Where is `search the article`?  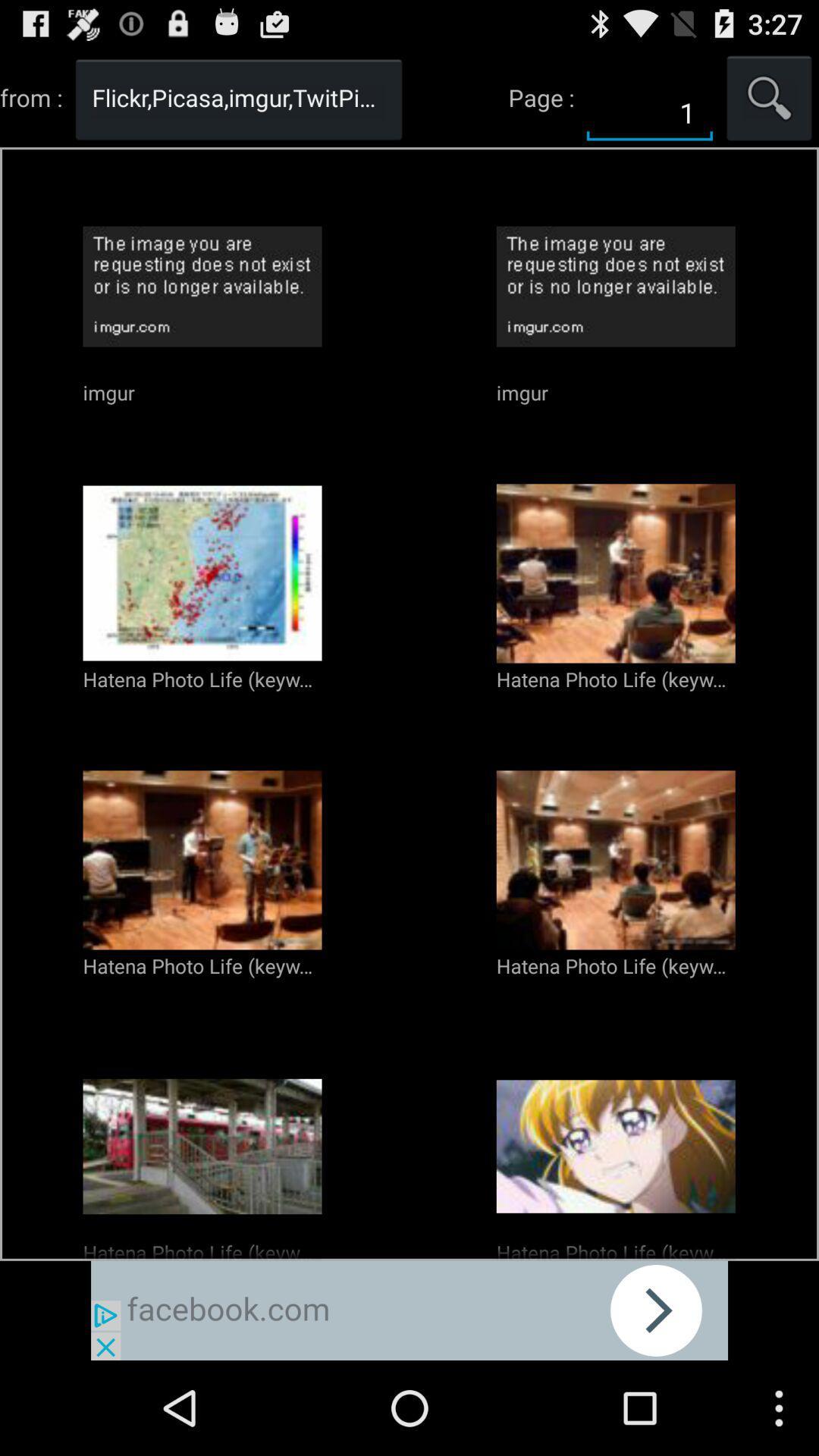
search the article is located at coordinates (769, 96).